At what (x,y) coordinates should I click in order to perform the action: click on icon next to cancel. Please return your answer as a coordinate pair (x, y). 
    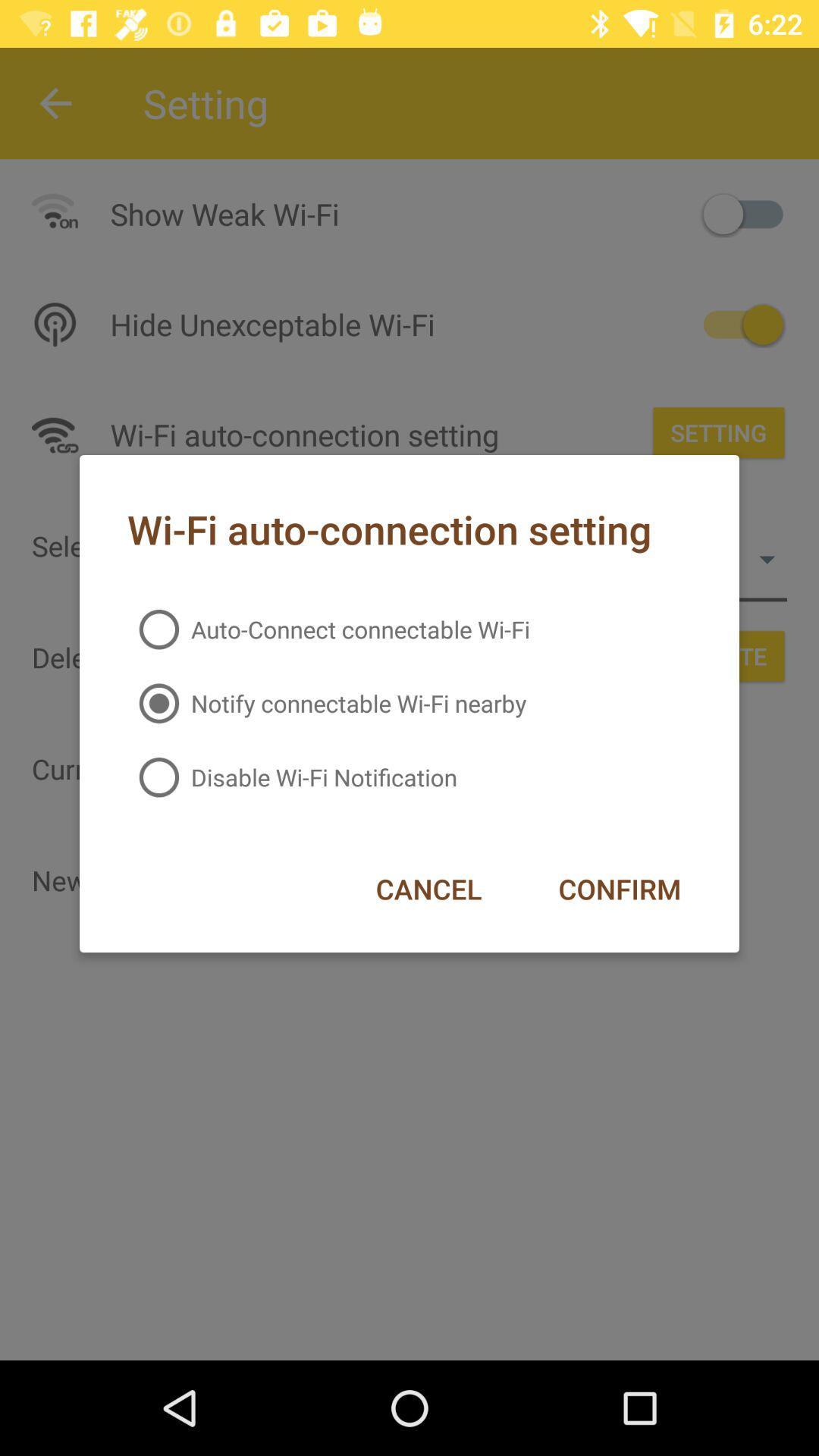
    Looking at the image, I should click on (620, 889).